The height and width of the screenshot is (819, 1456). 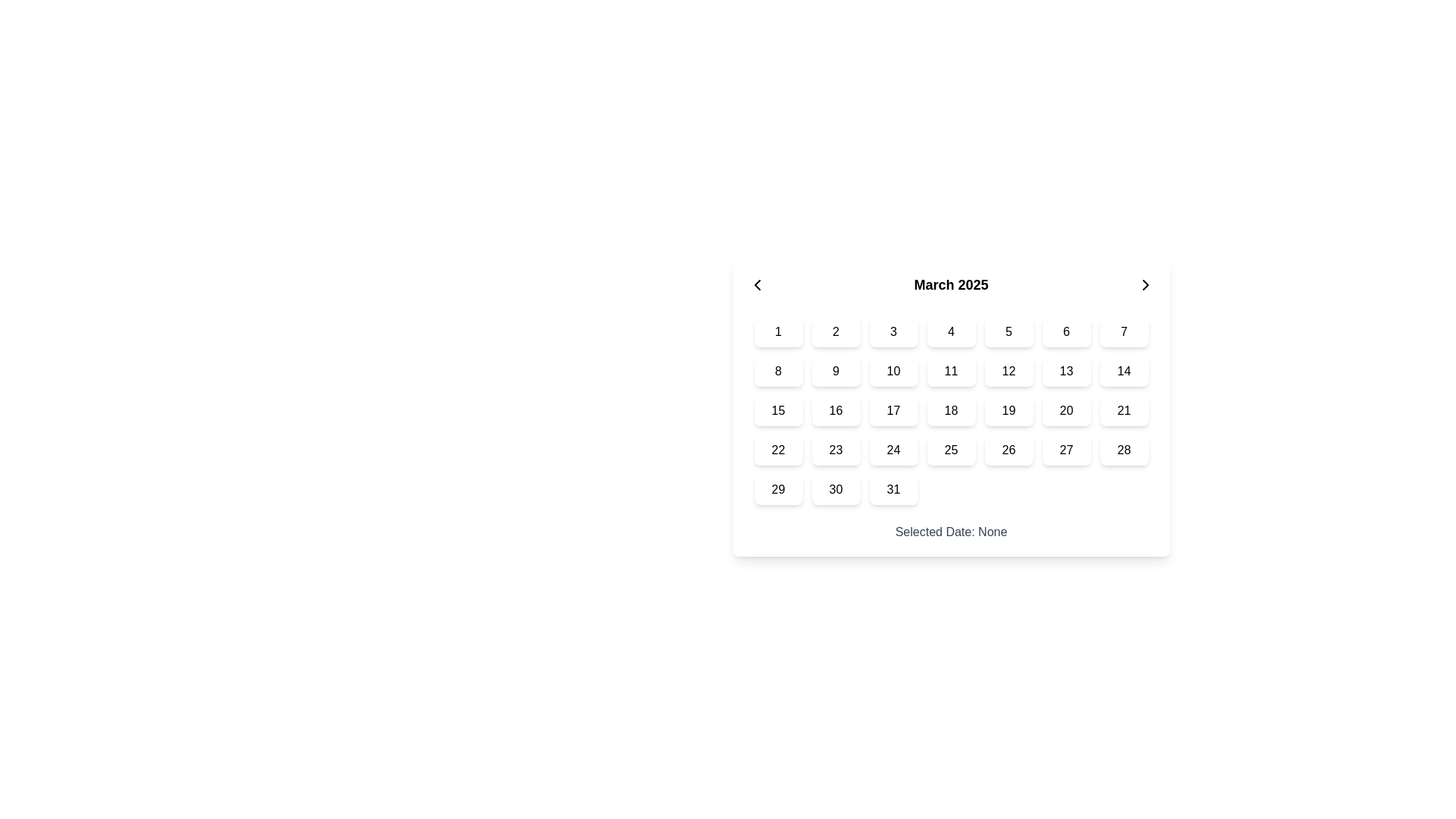 I want to click on the button displaying the number '5' in bold text, which is the fifth cell in the first row of the calendar grid for March 2025, so click(x=1009, y=331).